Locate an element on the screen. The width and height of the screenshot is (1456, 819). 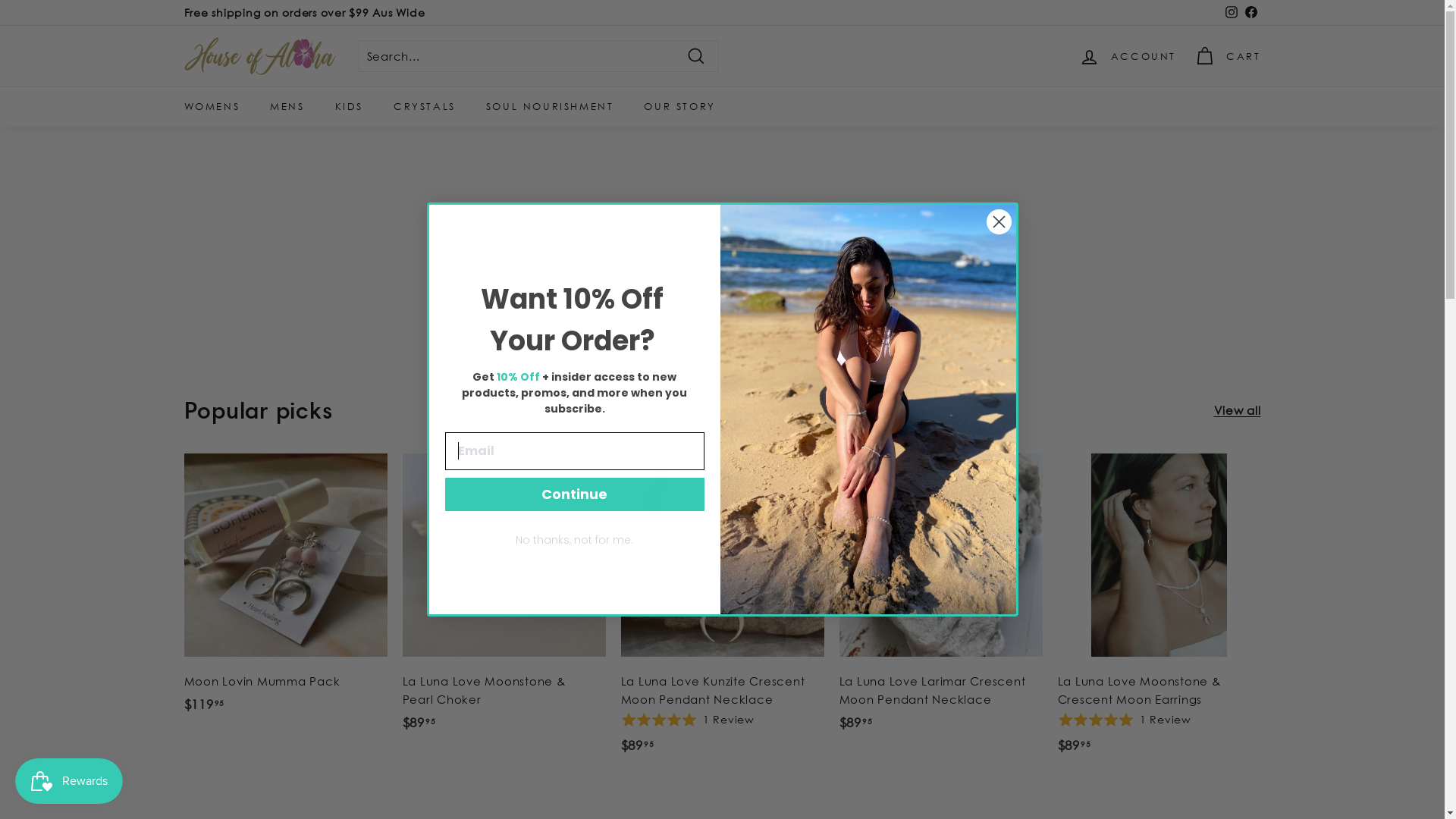
'Smile.io Rewards Program Launcher' is located at coordinates (68, 780).